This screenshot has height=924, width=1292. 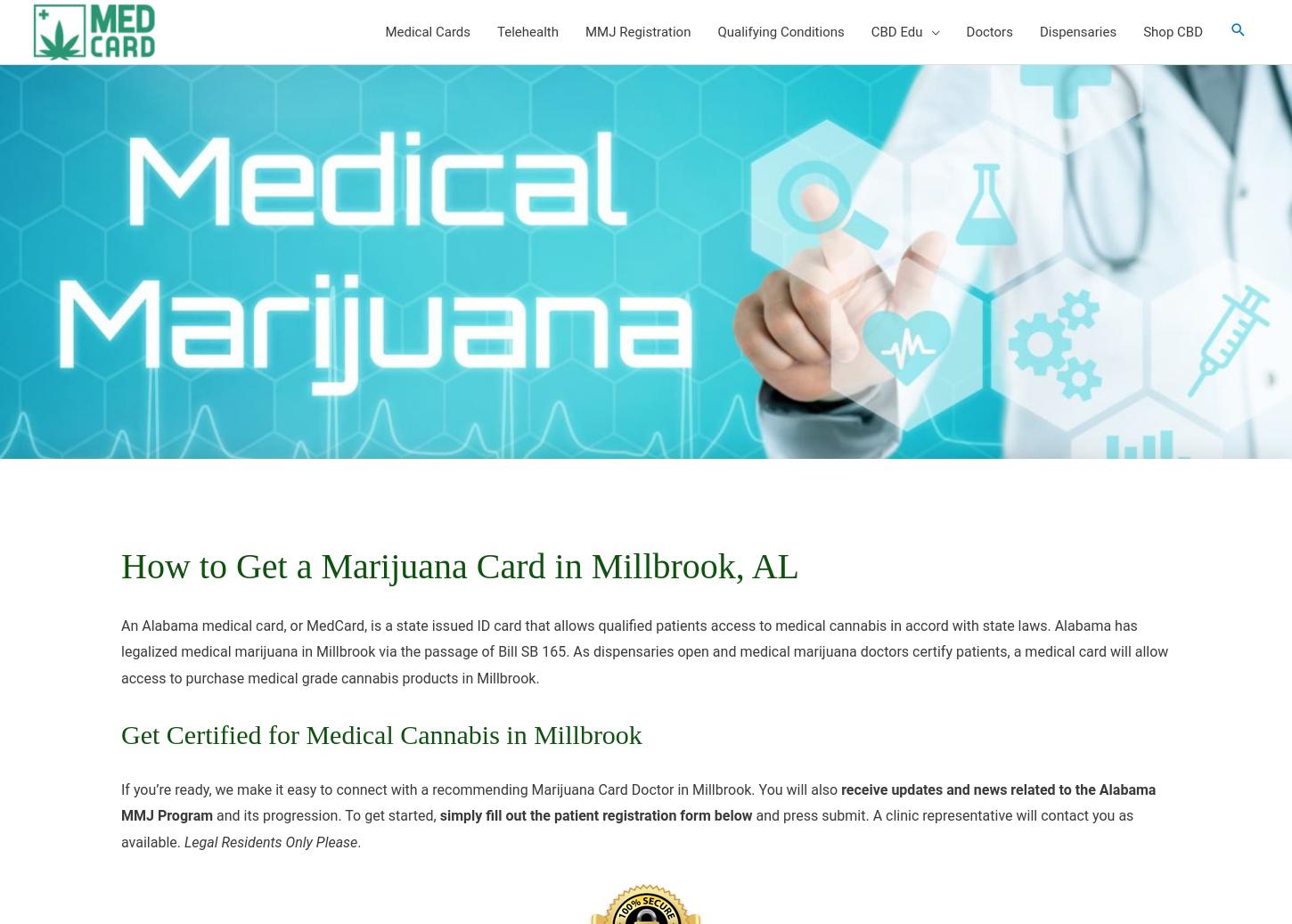 What do you see at coordinates (637, 802) in the screenshot?
I see `'receive updates and news related to the Alabama MMJ Program'` at bounding box center [637, 802].